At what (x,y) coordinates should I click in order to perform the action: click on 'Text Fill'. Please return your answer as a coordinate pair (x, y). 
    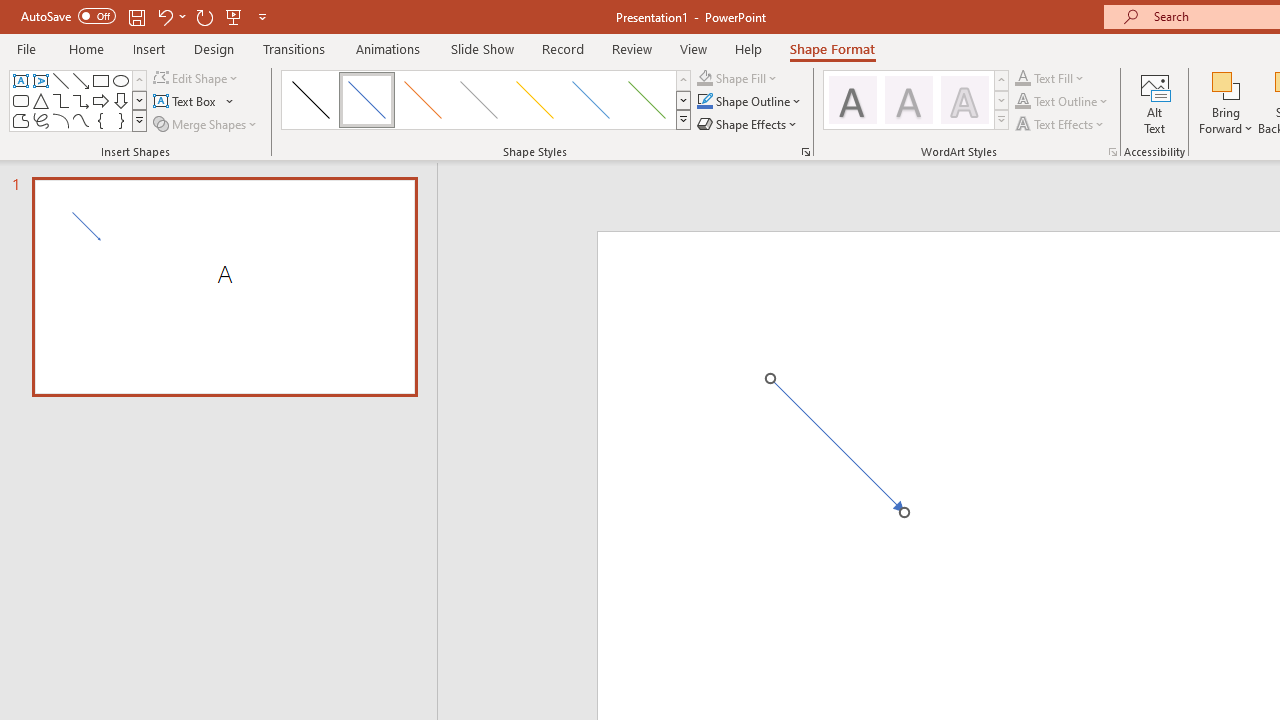
    Looking at the image, I should click on (1049, 77).